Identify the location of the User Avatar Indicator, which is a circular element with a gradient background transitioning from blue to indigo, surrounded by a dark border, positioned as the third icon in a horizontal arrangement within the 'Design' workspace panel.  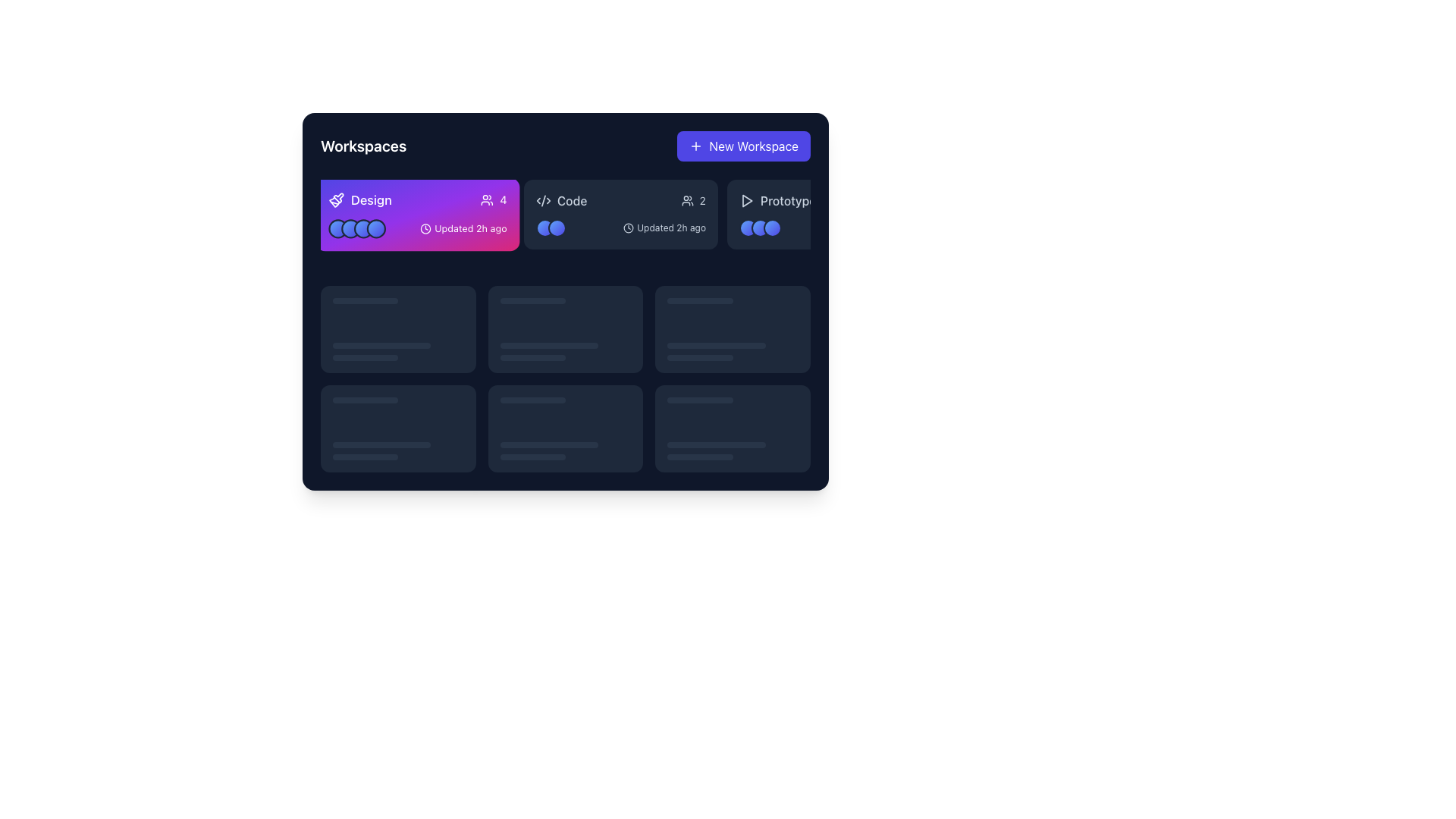
(362, 228).